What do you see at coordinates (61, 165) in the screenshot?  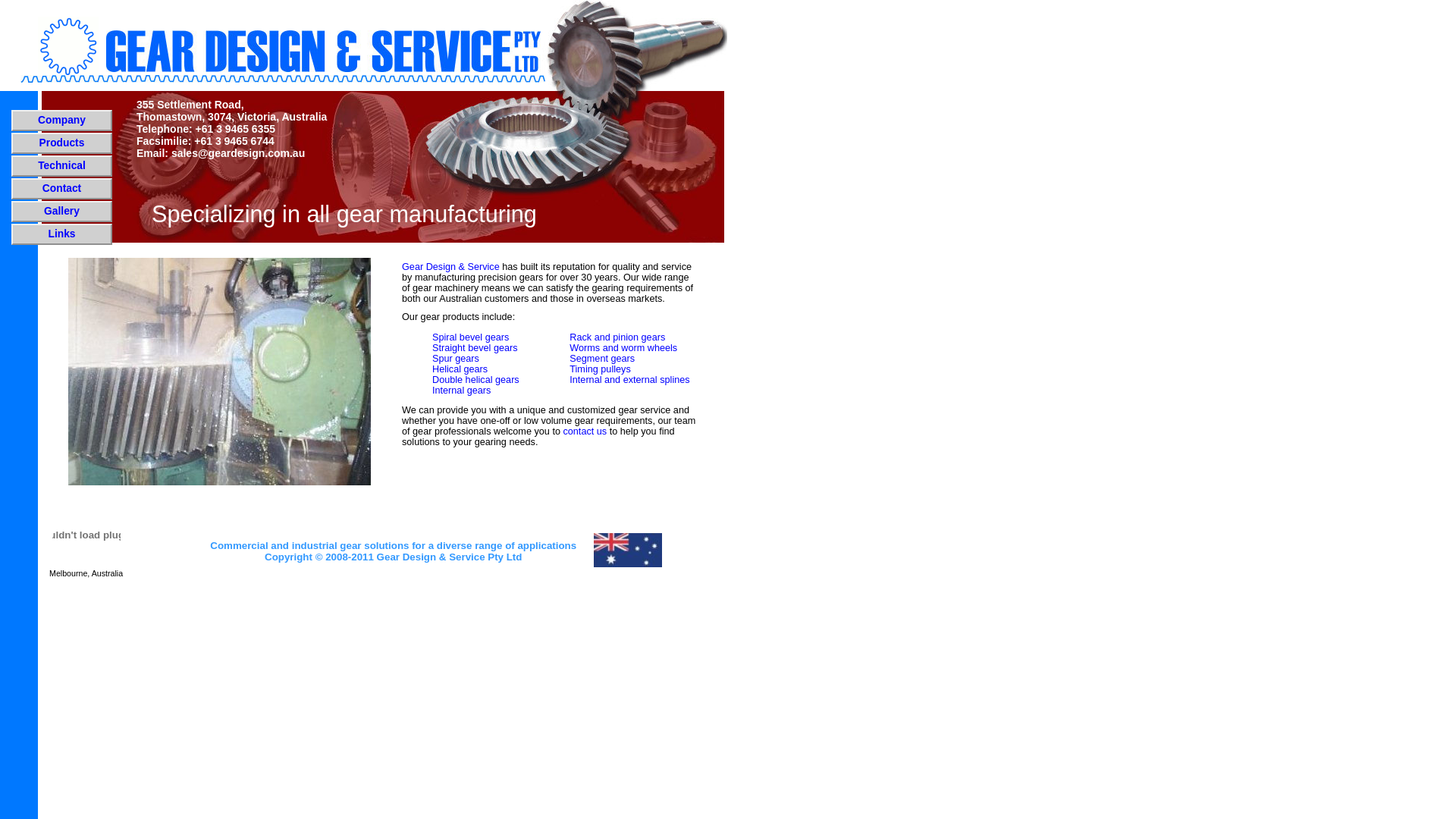 I see `'Technical'` at bounding box center [61, 165].